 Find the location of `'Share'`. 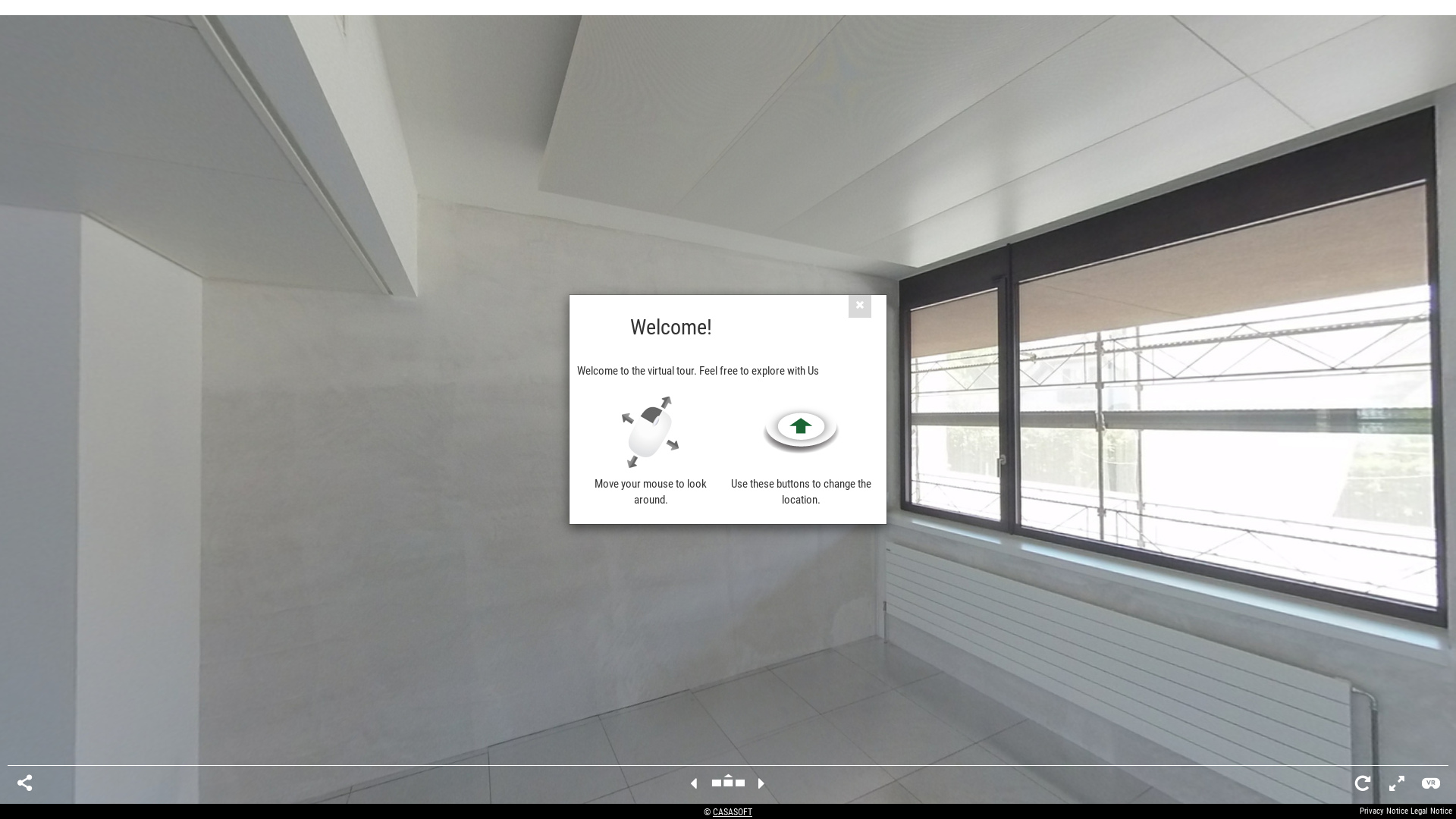

'Share' is located at coordinates (24, 783).